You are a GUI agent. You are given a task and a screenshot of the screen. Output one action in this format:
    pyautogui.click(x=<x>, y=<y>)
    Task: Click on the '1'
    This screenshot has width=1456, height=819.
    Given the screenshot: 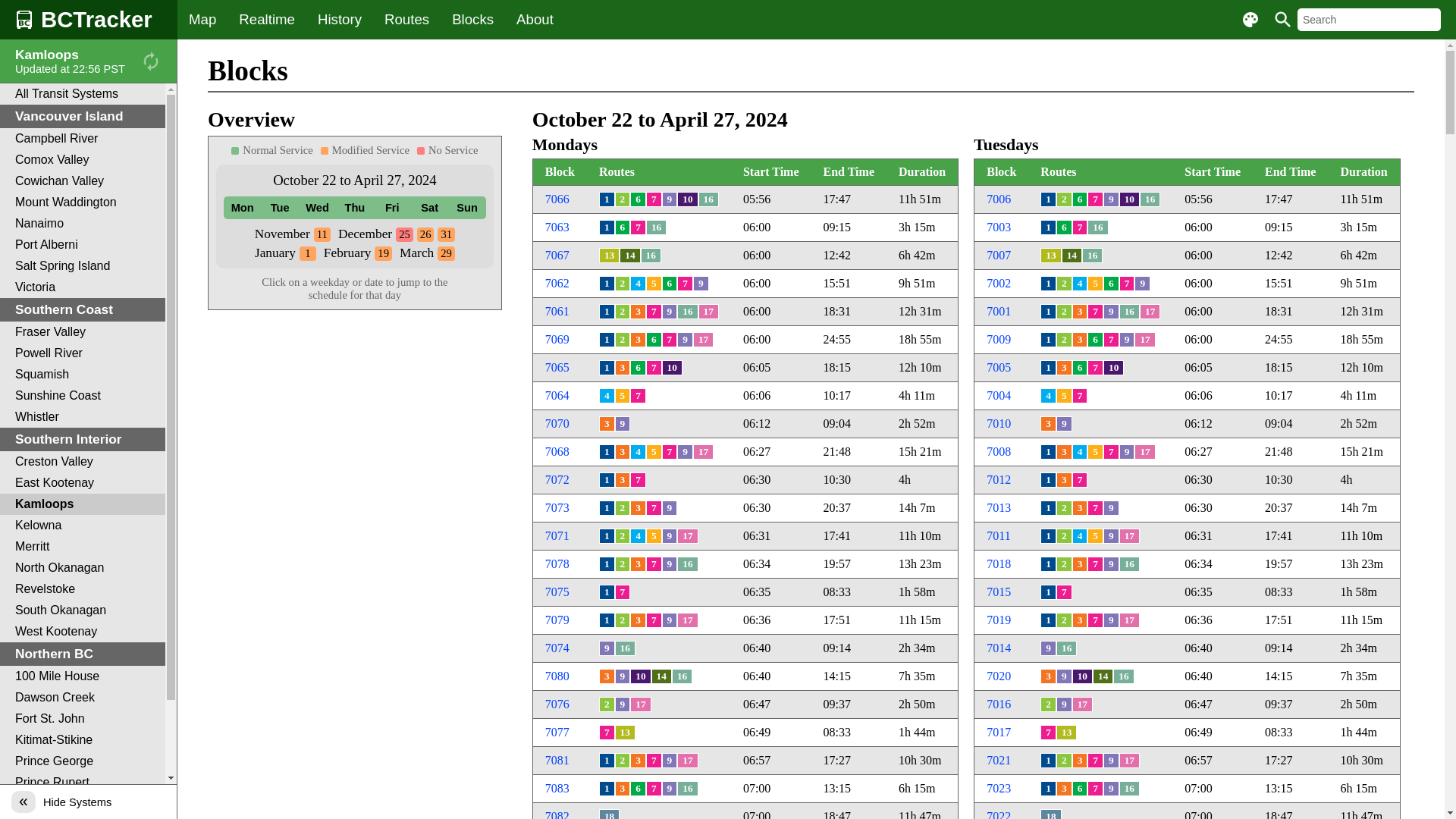 What is the action you would take?
    pyautogui.click(x=1047, y=451)
    